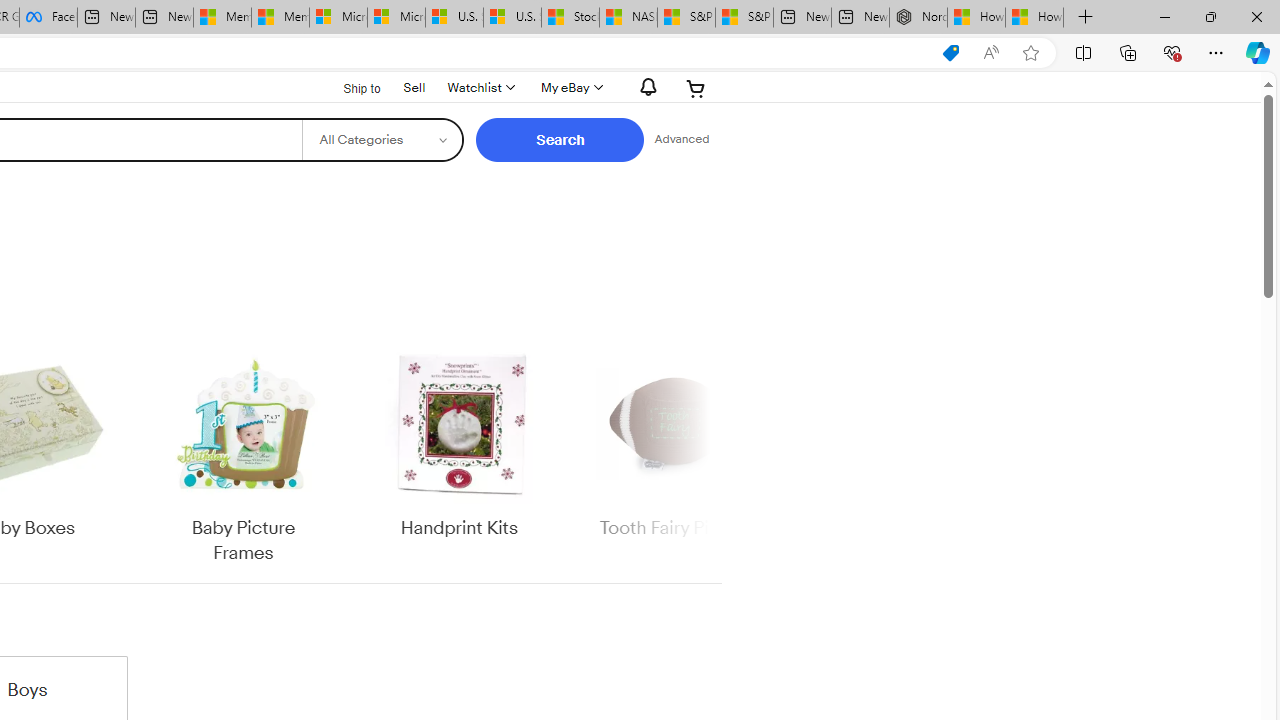  Describe the element at coordinates (413, 86) in the screenshot. I see `'Sell'` at that location.